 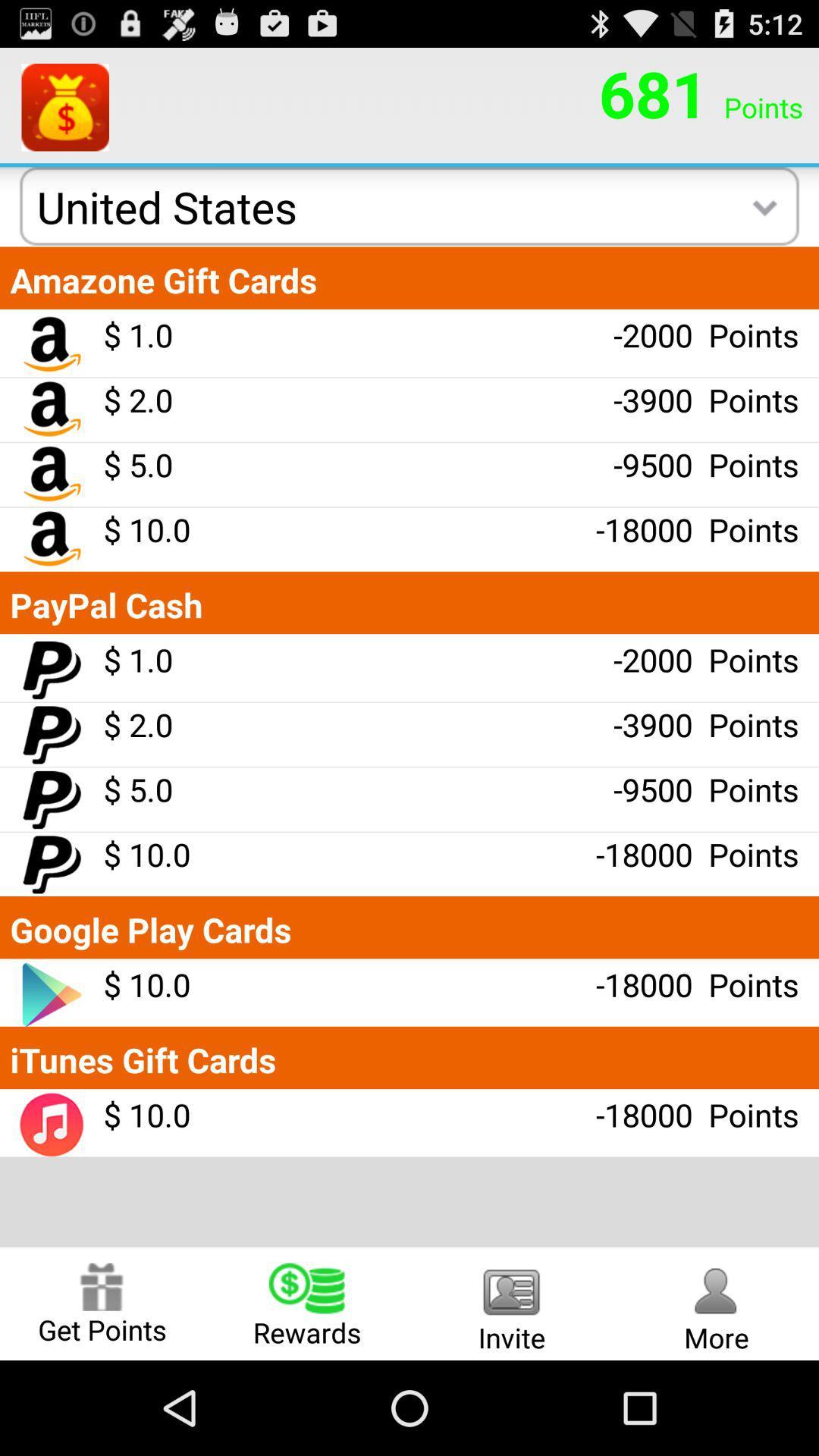 I want to click on item to the left of rewards, so click(x=102, y=1303).